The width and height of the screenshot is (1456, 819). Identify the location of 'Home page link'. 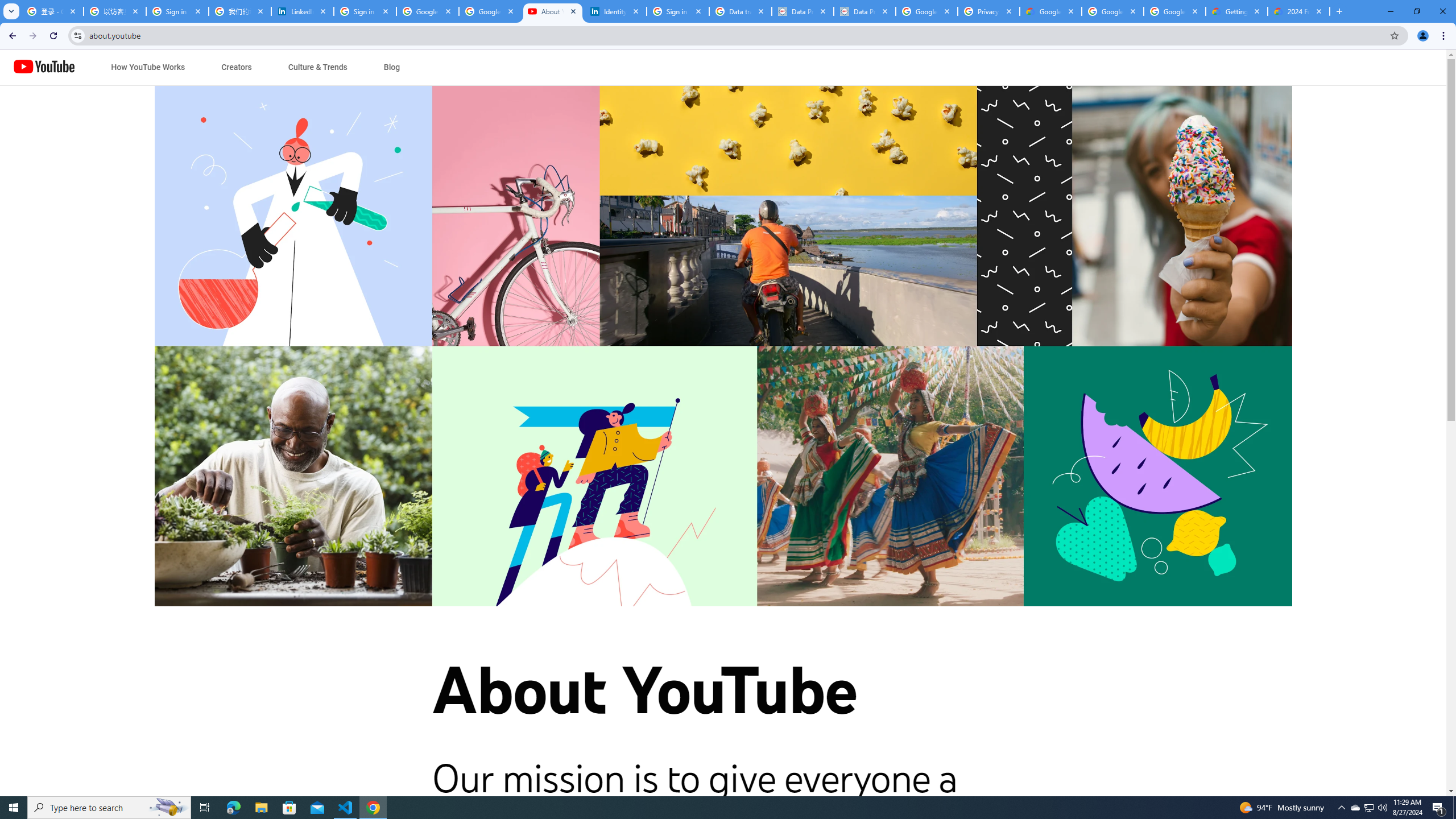
(44, 67).